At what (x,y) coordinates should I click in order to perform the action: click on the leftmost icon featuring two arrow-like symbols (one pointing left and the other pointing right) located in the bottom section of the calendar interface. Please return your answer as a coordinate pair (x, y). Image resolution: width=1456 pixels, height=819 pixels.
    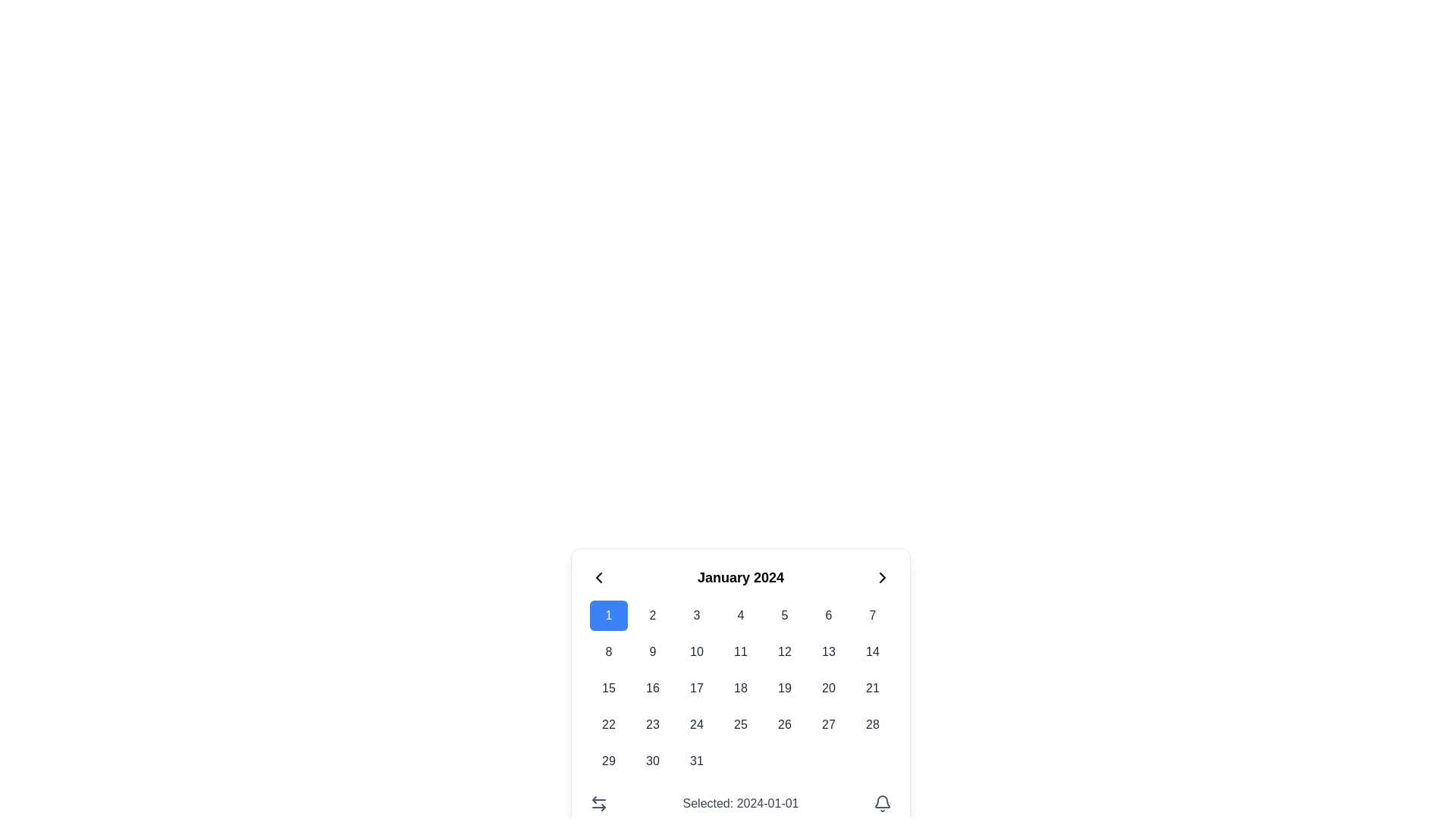
    Looking at the image, I should click on (598, 803).